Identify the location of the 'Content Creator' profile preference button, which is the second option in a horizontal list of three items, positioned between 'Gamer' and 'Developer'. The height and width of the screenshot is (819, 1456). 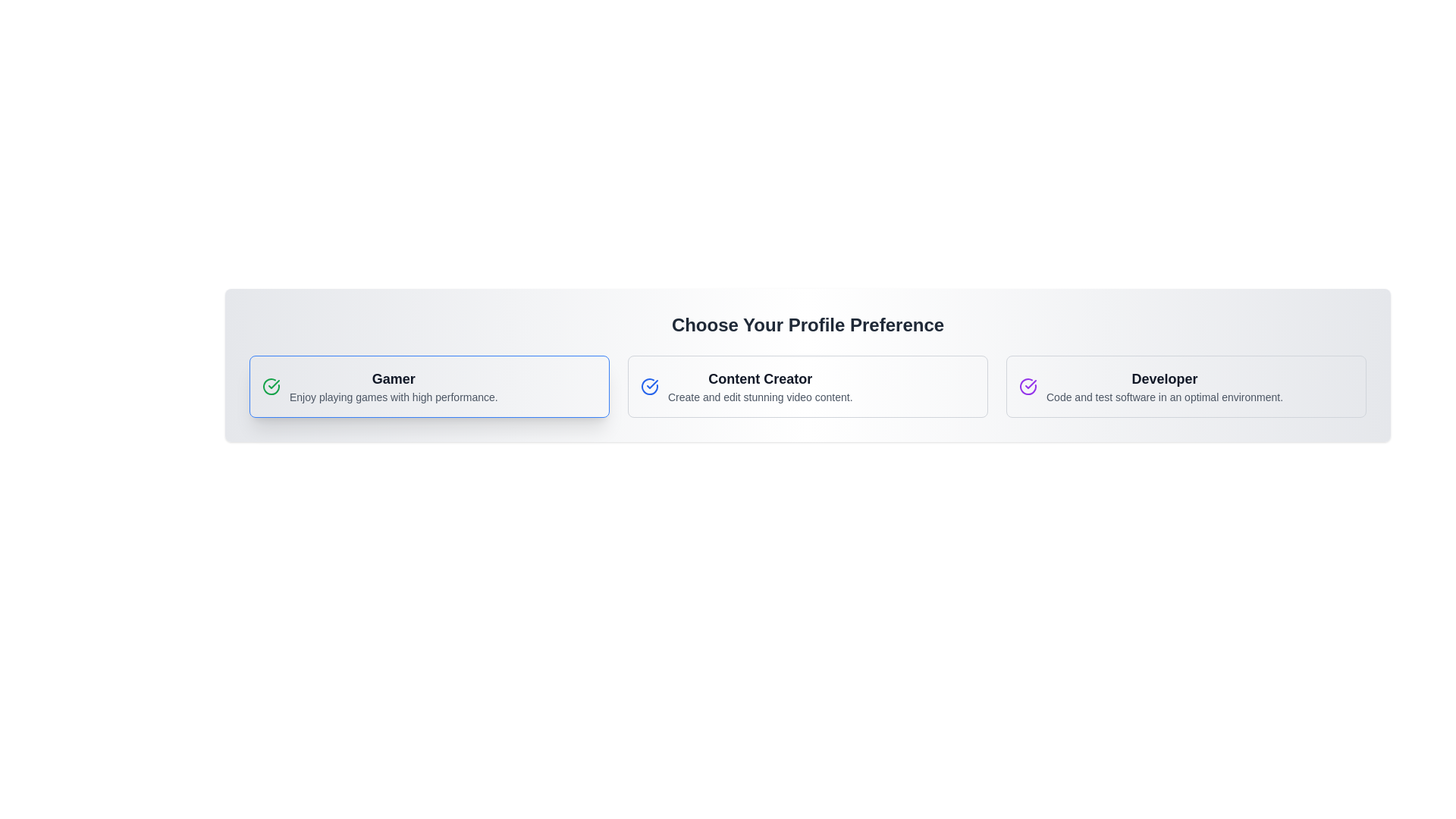
(807, 385).